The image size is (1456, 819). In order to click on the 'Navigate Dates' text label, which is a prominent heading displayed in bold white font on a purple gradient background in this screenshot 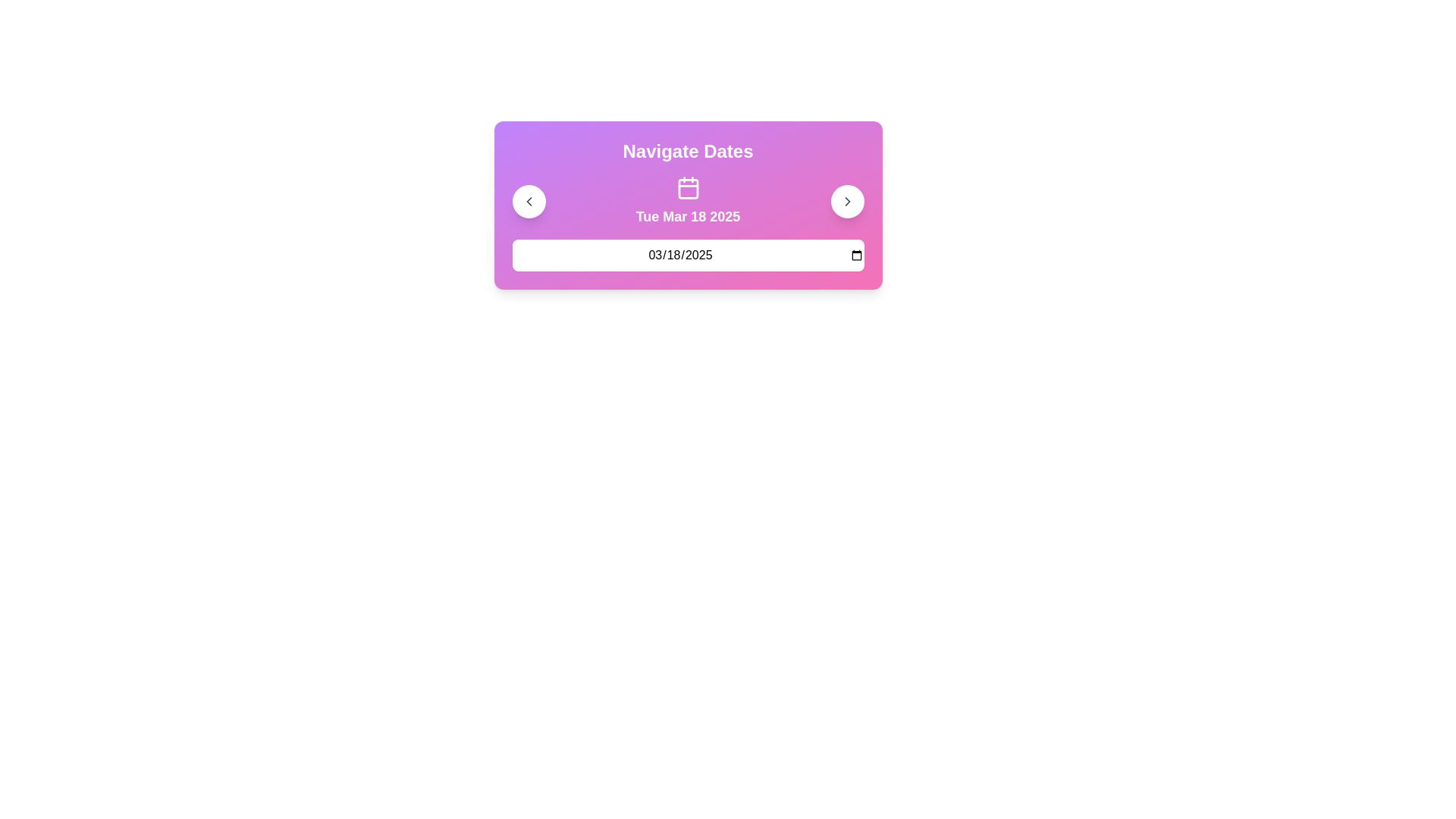, I will do `click(687, 152)`.